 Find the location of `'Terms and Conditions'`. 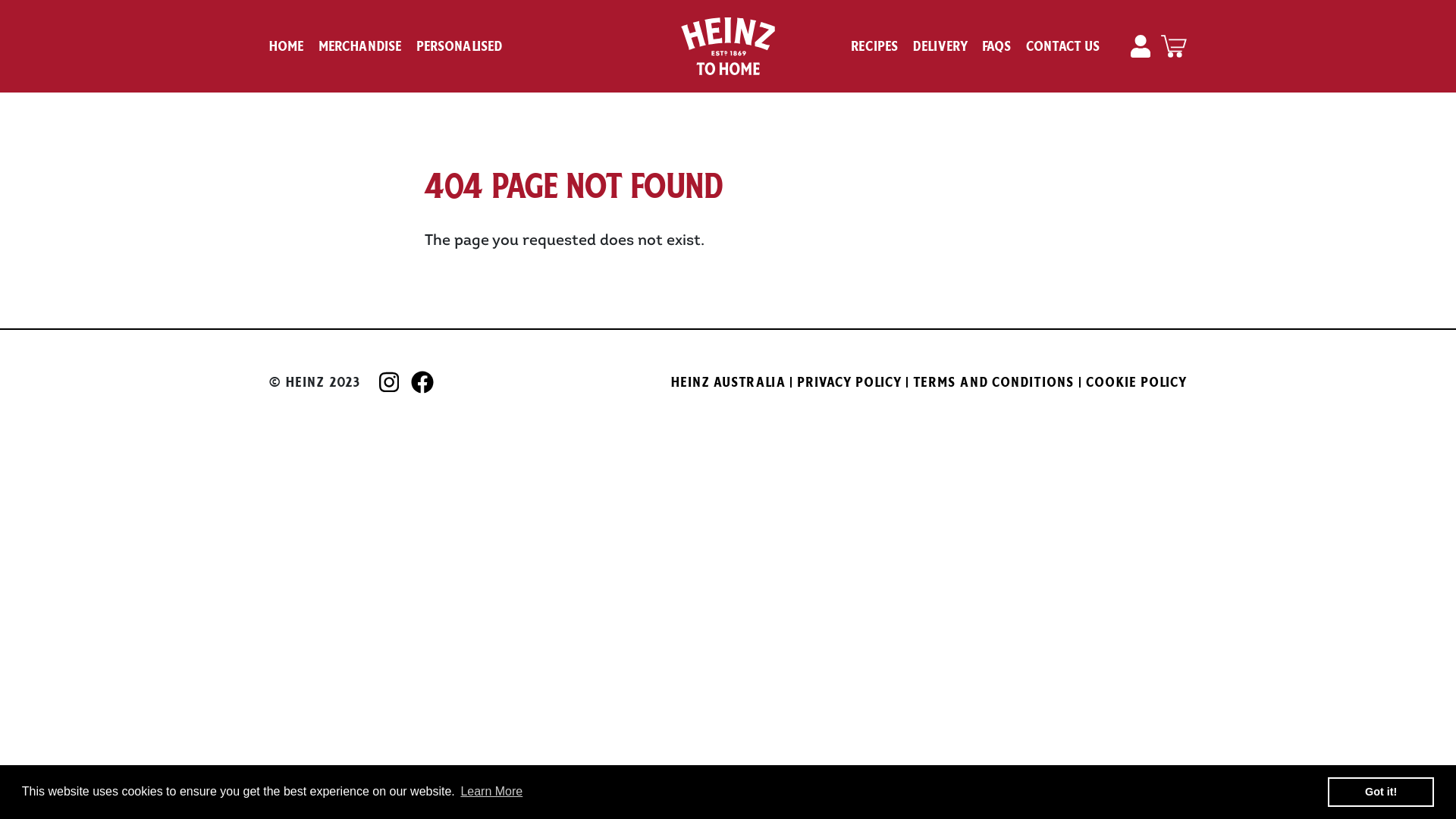

'Terms and Conditions' is located at coordinates (912, 381).